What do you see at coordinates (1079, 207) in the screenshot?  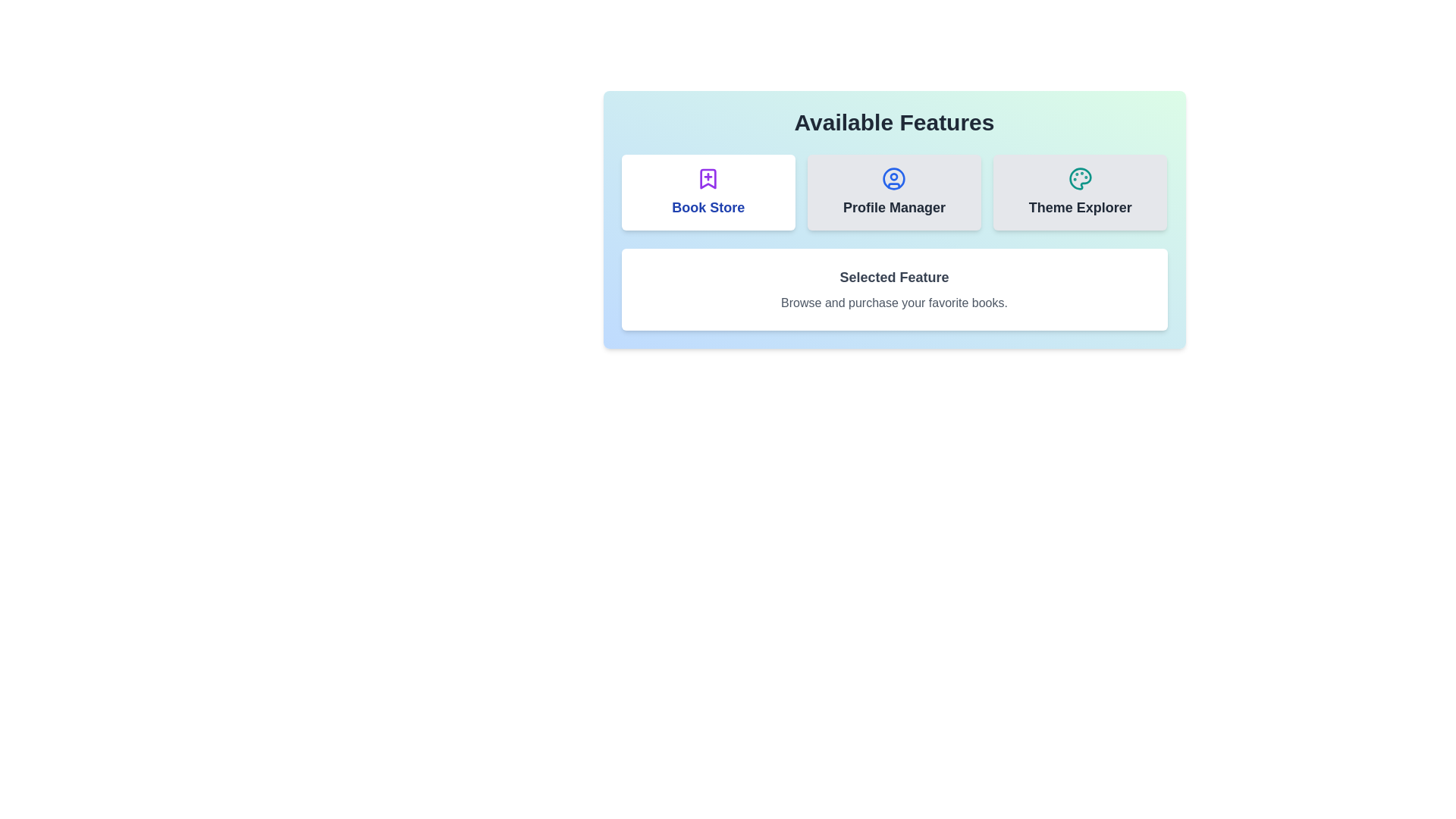 I see `the text label for the 'Theme Explorer' feature, located below the palette icon on the third card in the horizontal row of feature selectors` at bounding box center [1079, 207].